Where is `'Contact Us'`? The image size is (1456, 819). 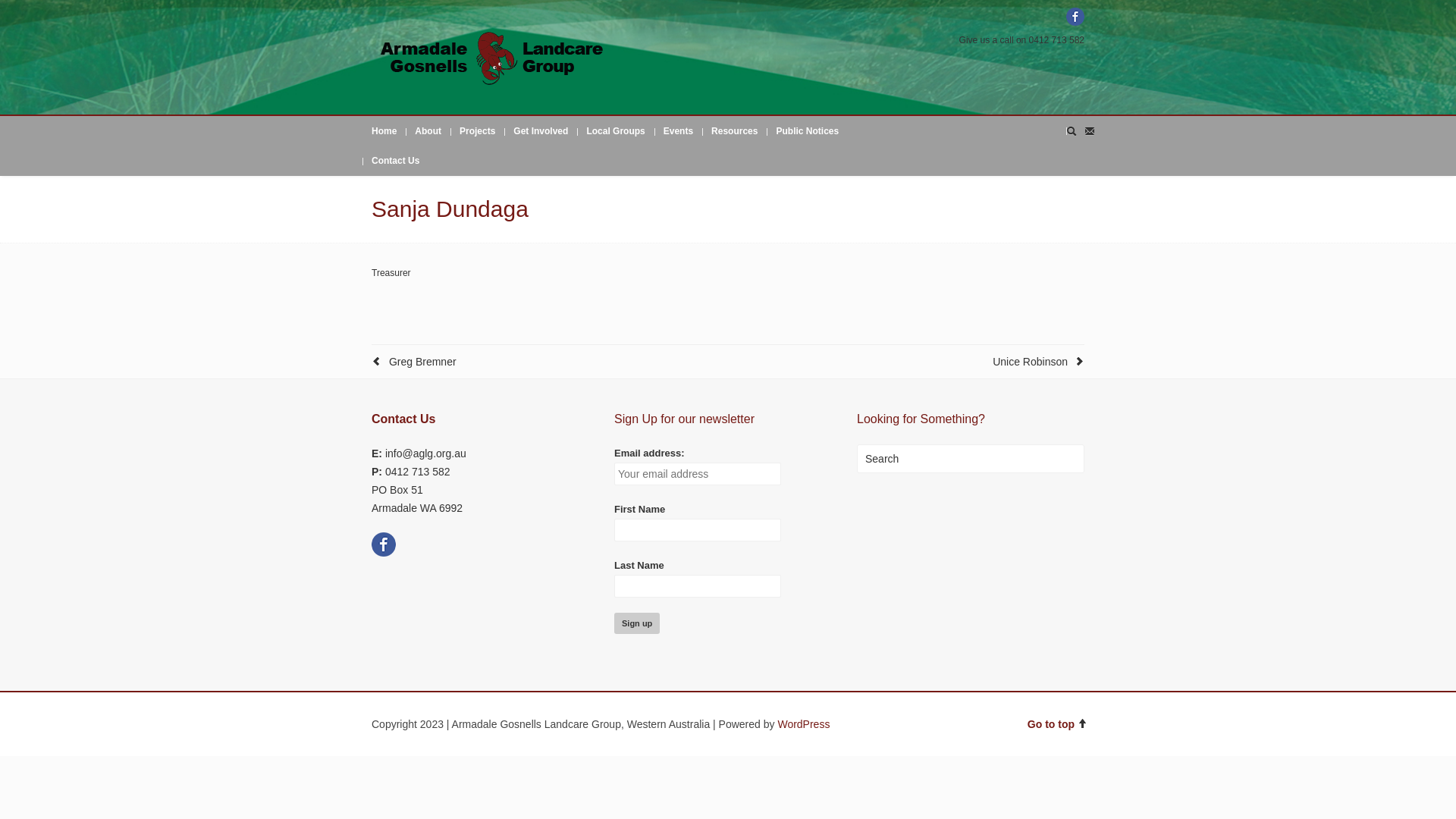
'Contact Us' is located at coordinates (395, 161).